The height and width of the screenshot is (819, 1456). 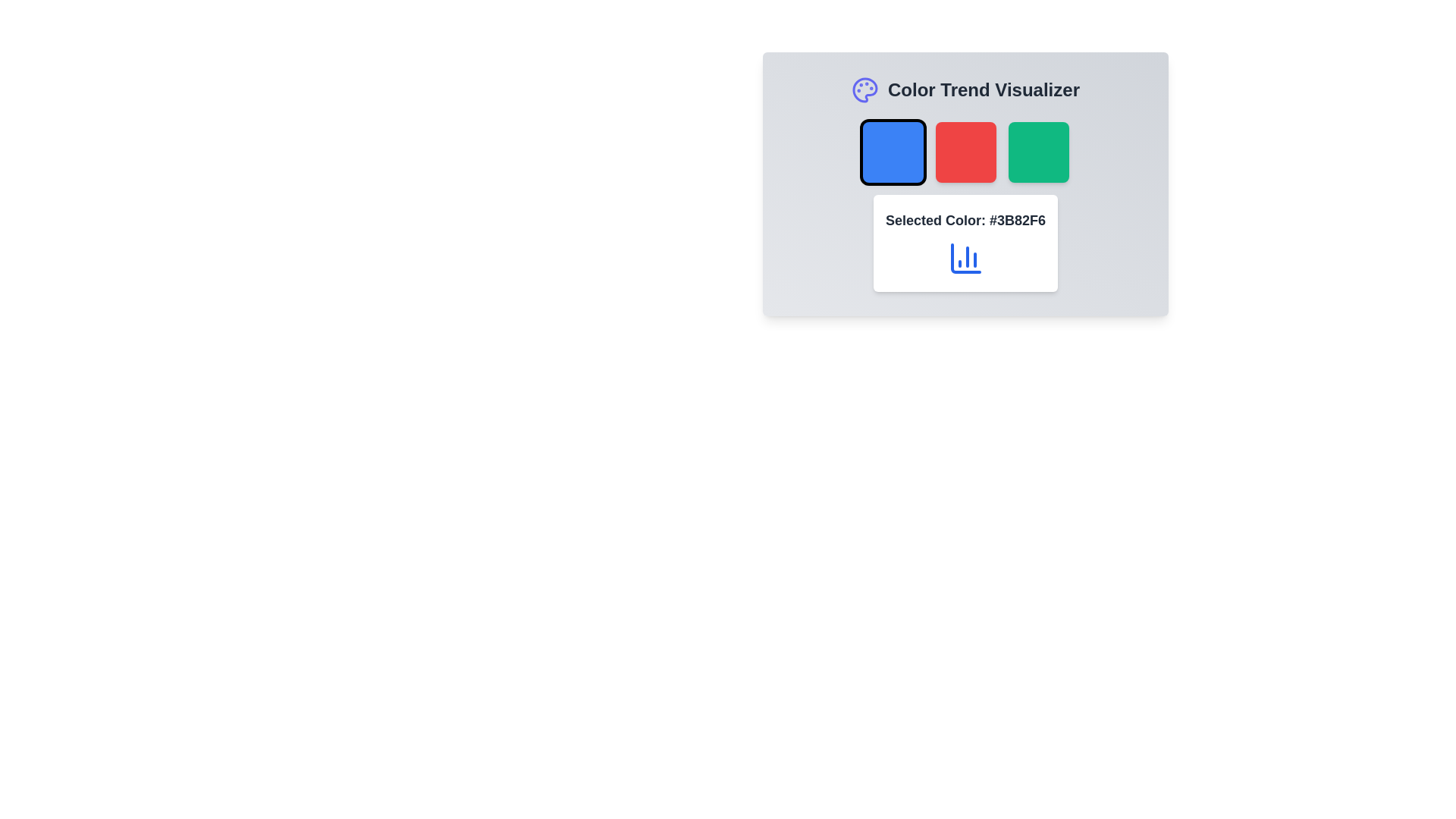 What do you see at coordinates (865, 90) in the screenshot?
I see `the circular indigo blue painter's palette icon located to the far left of the 'Color Trend Visualizer' component` at bounding box center [865, 90].